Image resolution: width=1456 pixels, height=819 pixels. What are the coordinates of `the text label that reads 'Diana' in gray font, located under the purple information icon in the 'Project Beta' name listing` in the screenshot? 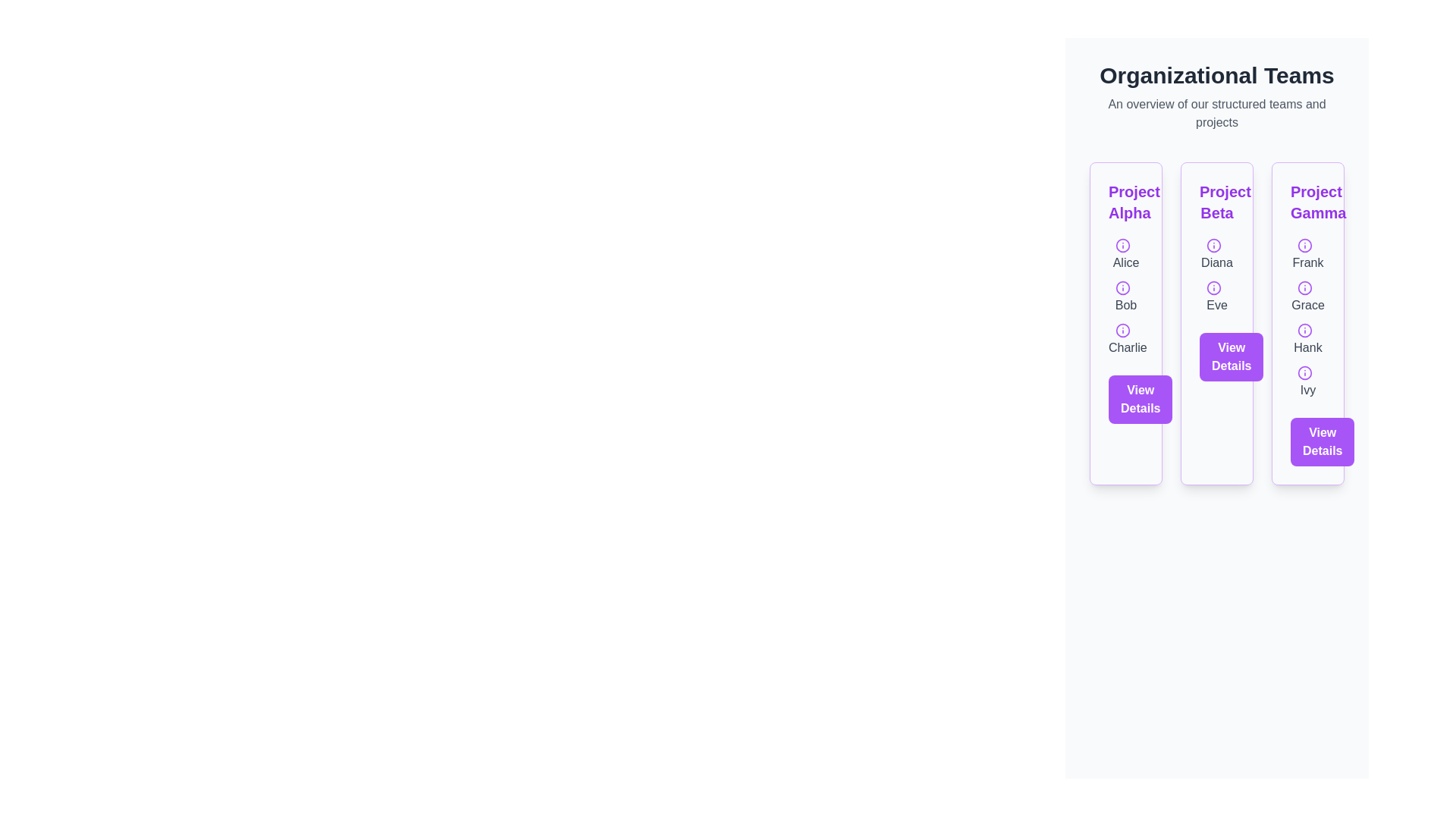 It's located at (1216, 253).